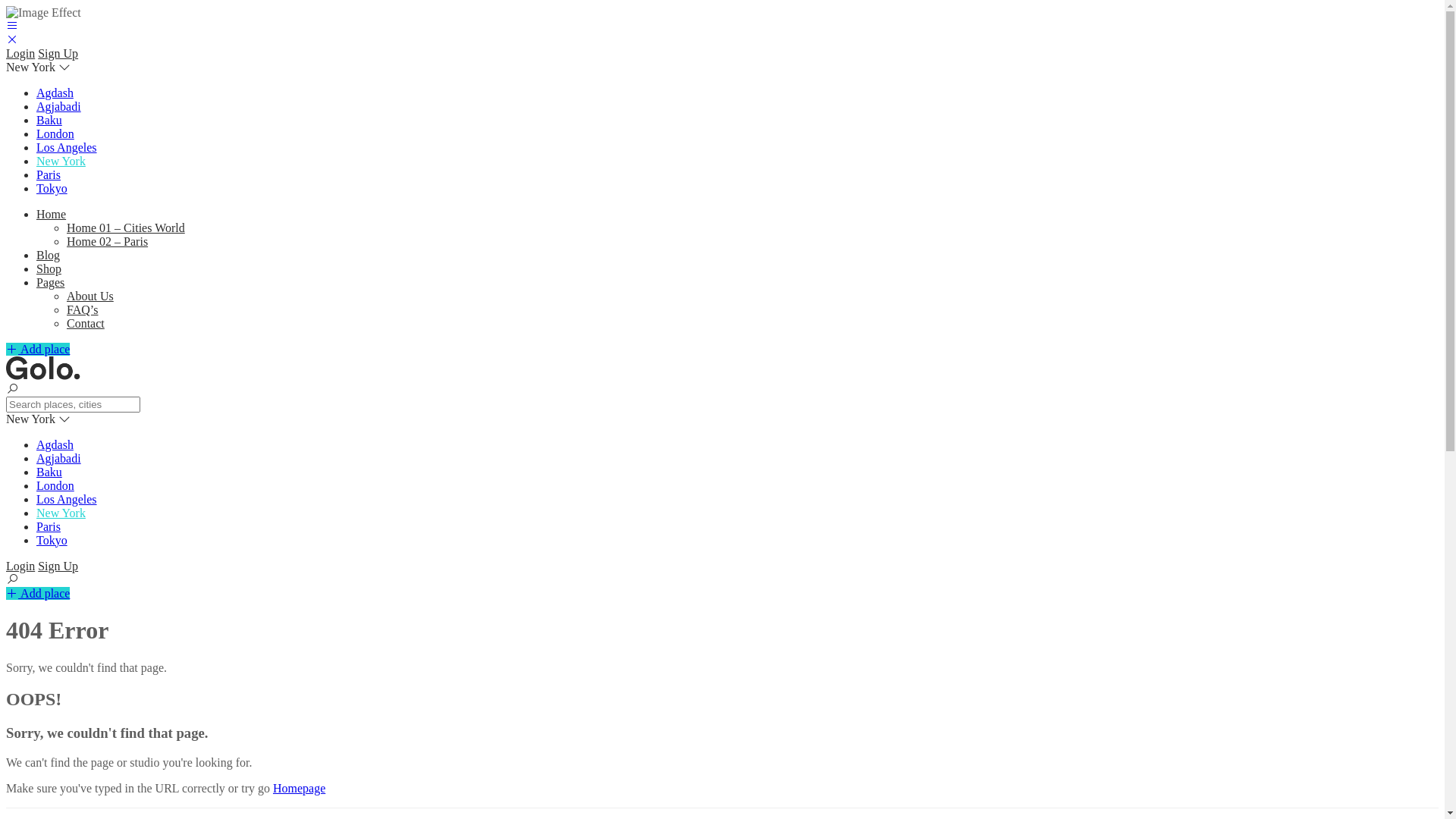 This screenshot has height=819, width=1456. Describe the element at coordinates (58, 52) in the screenshot. I see `'Sign Up'` at that location.